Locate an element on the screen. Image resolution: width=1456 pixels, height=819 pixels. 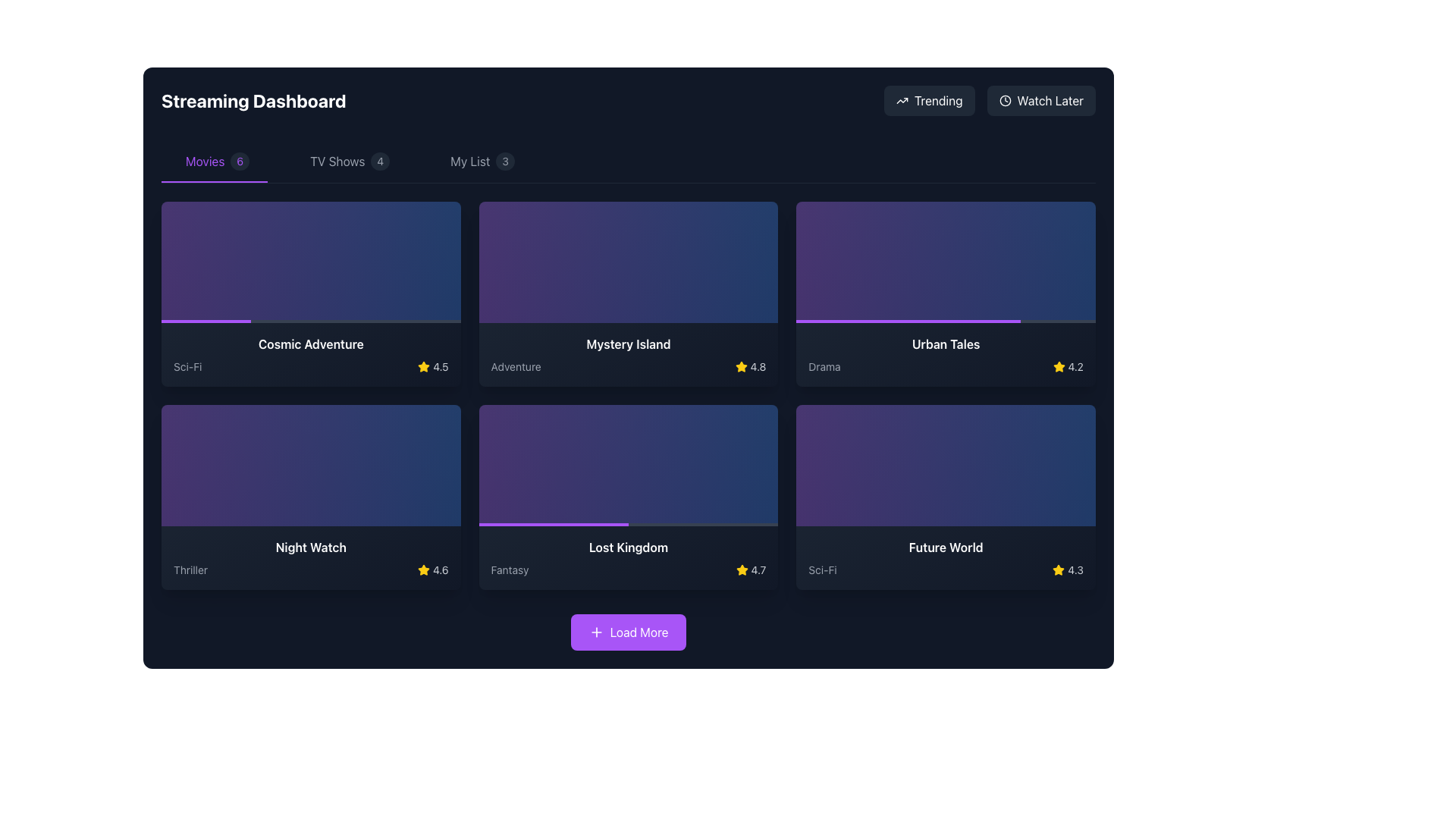
the progress bar located at the bottom of the 'Lost Kingdom' card, which visually represents the completion percentage of an activity is located at coordinates (629, 523).